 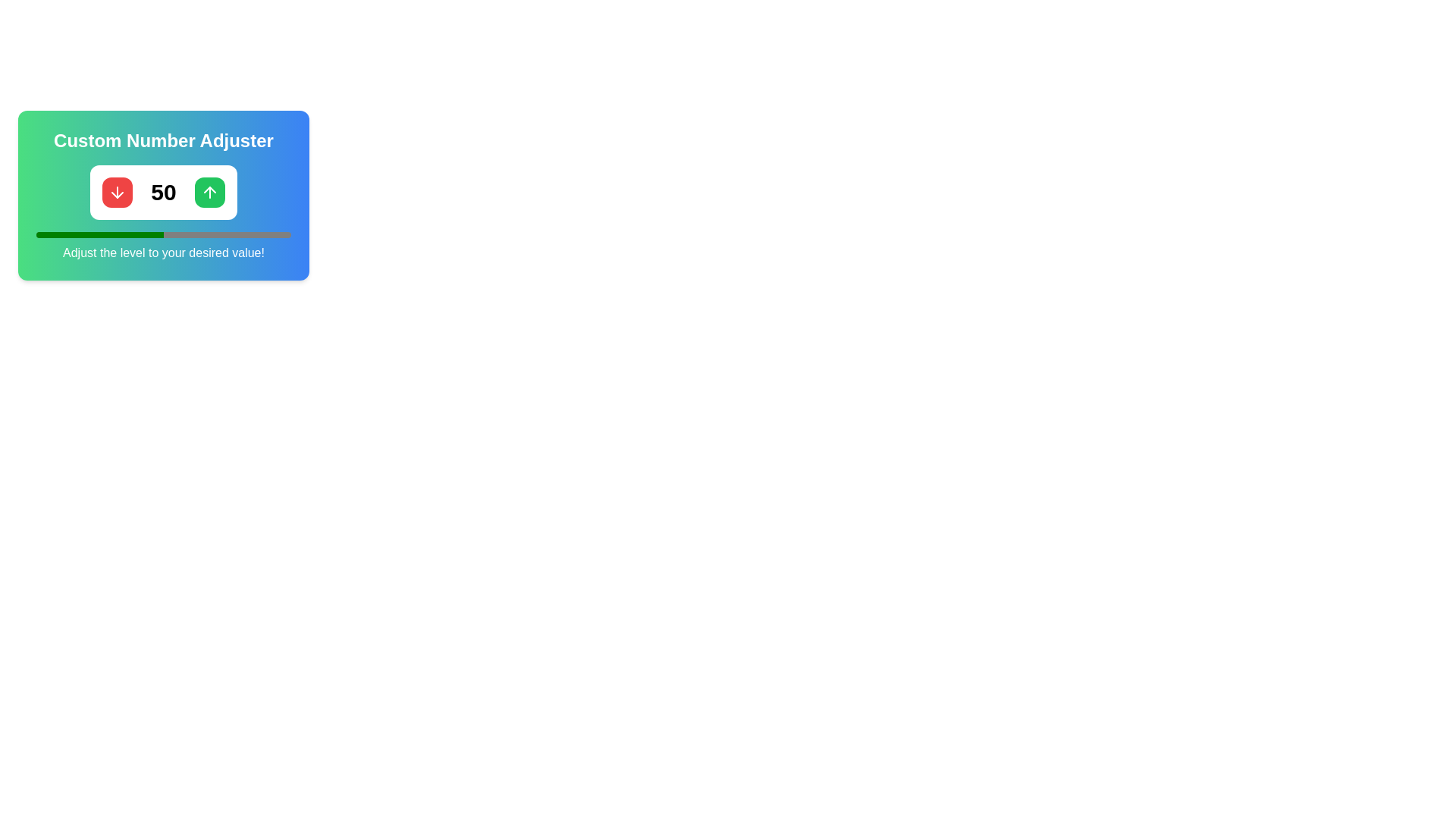 I want to click on the slider value, so click(x=91, y=234).